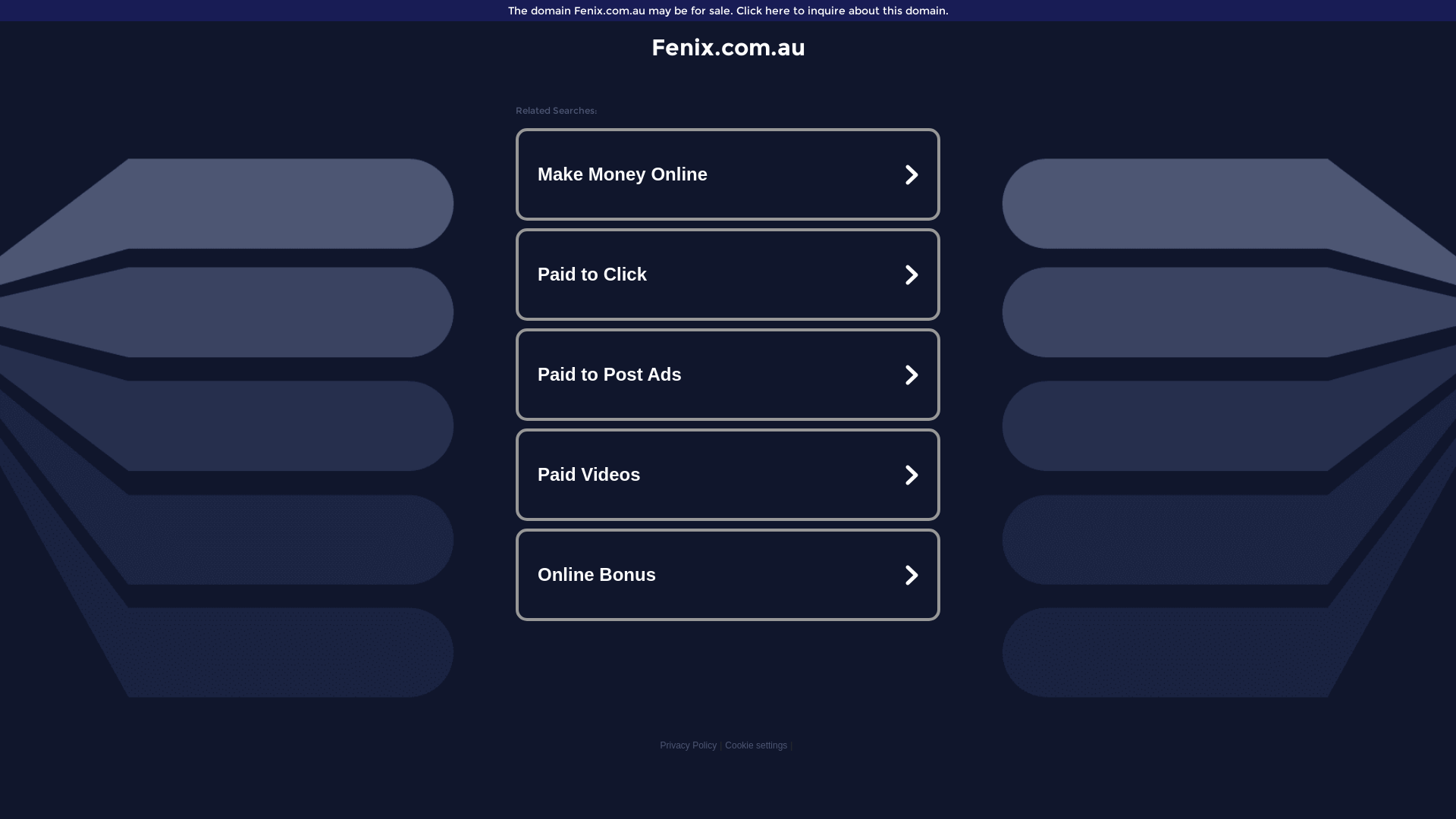  I want to click on 'Paid to Post Ads', so click(728, 374).